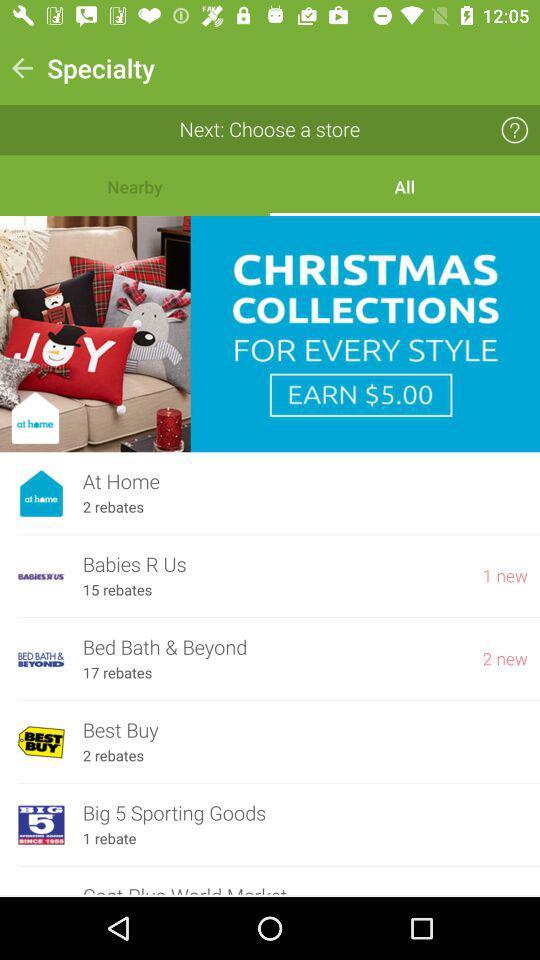 This screenshot has width=540, height=960. What do you see at coordinates (305, 813) in the screenshot?
I see `big 5 sporting item` at bounding box center [305, 813].